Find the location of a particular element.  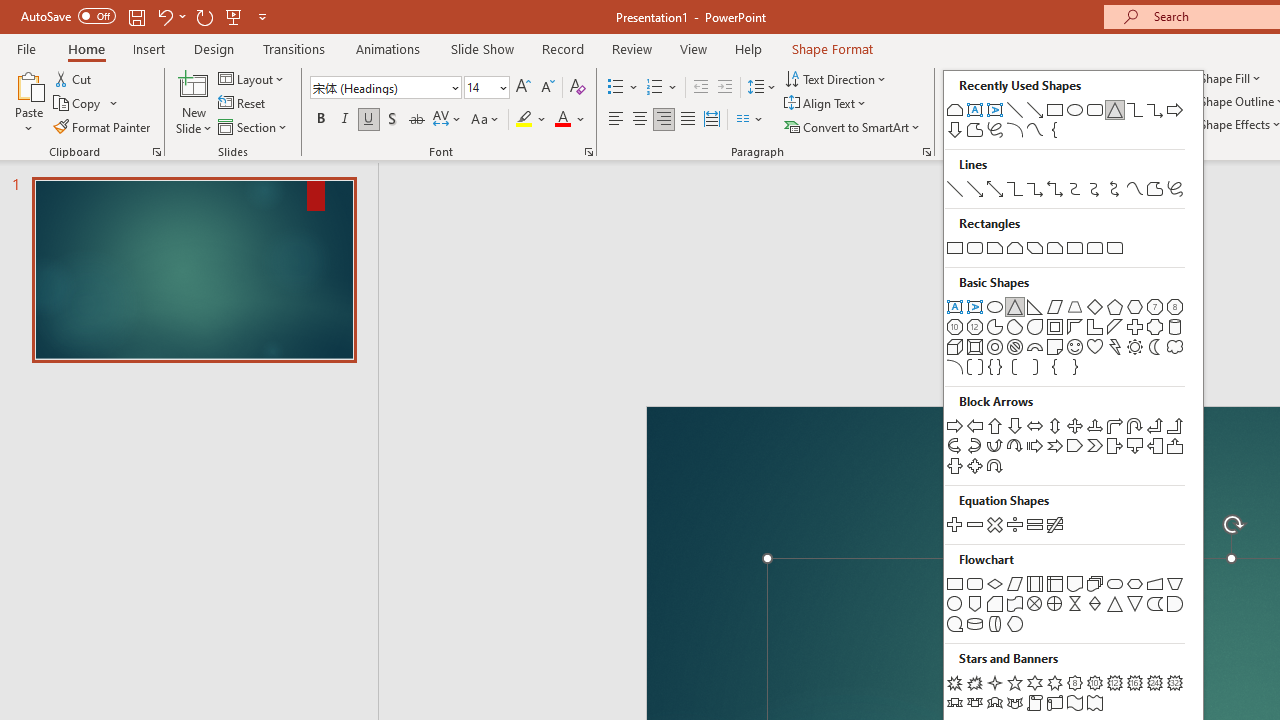

'Text Direction' is located at coordinates (837, 78).